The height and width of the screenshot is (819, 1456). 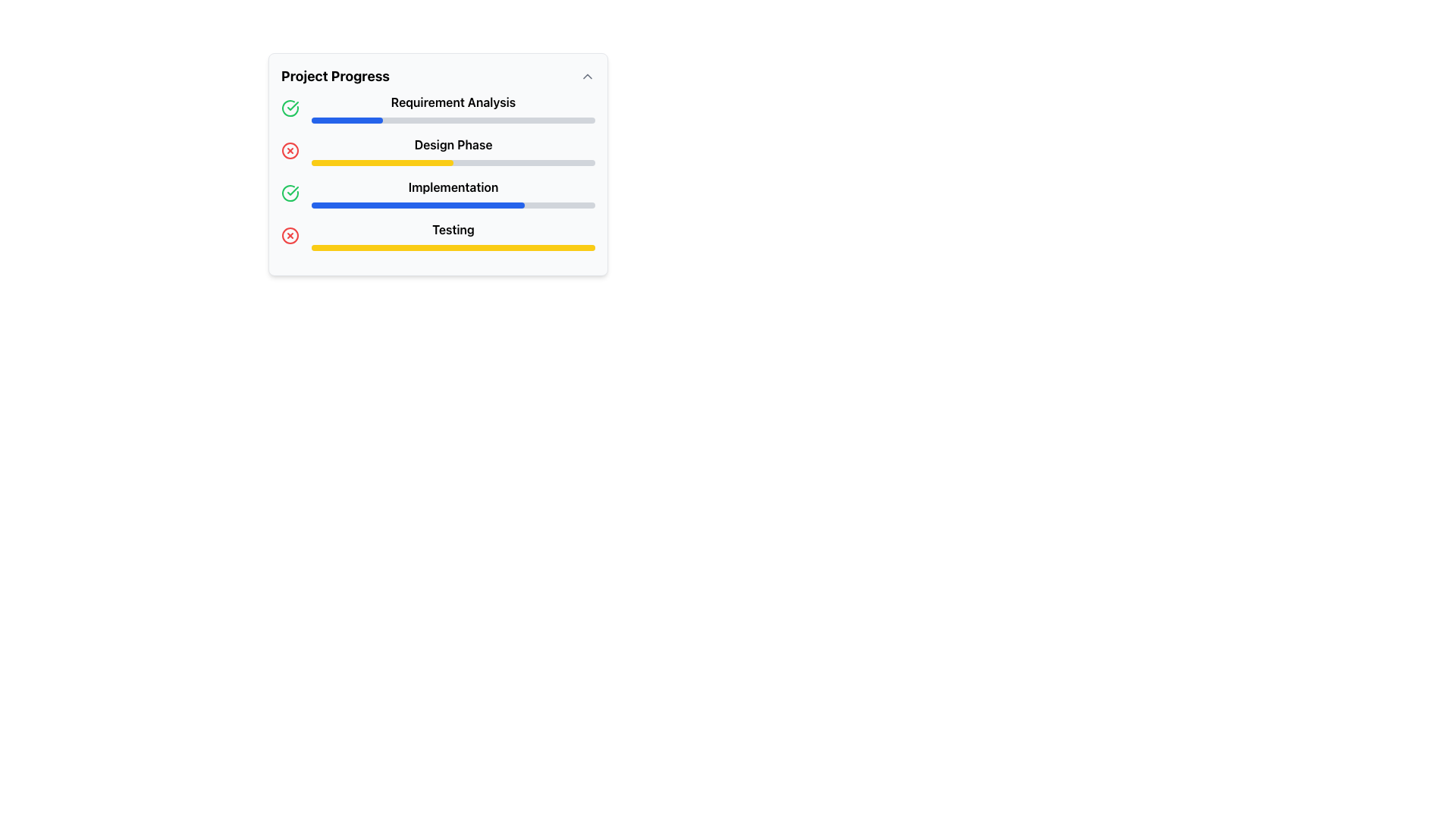 I want to click on the status by hovering over the checkmark icon indicating the completion of the 'Requirement Analysis' task in the project tracker interface, so click(x=290, y=107).